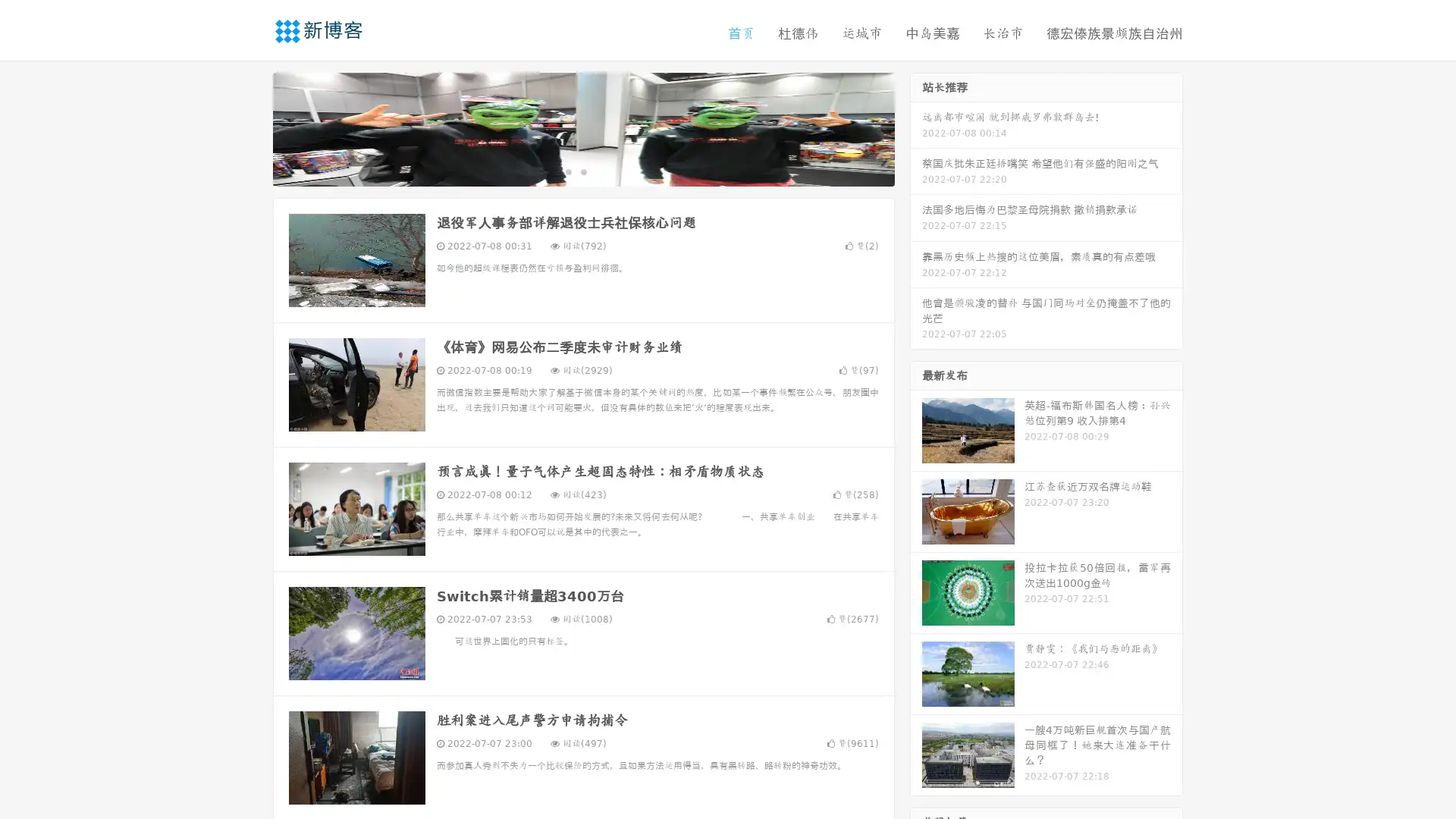  I want to click on Go to slide 3, so click(598, 171).